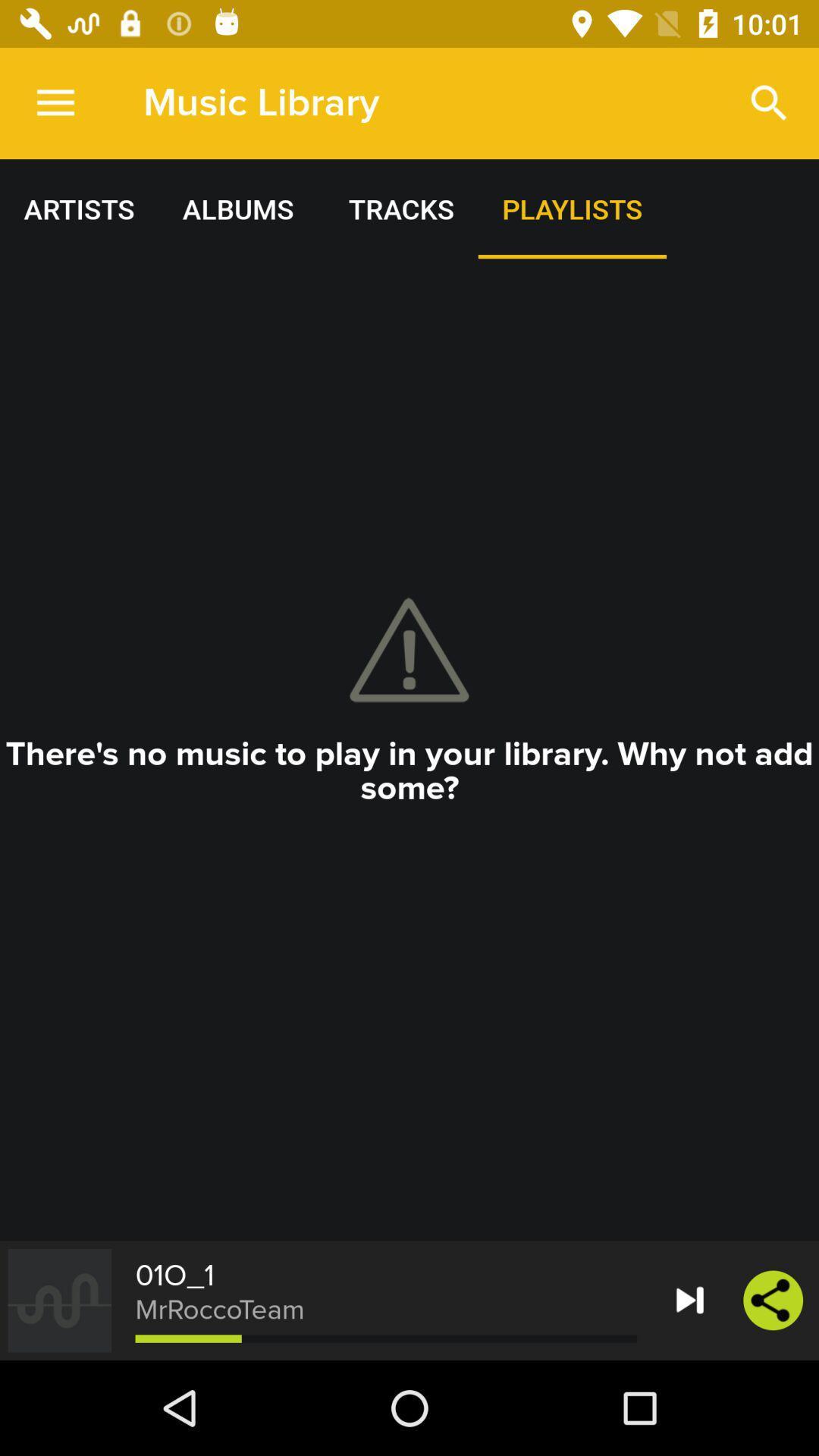 This screenshot has height=1456, width=819. Describe the element at coordinates (773, 1299) in the screenshot. I see `the share icon` at that location.